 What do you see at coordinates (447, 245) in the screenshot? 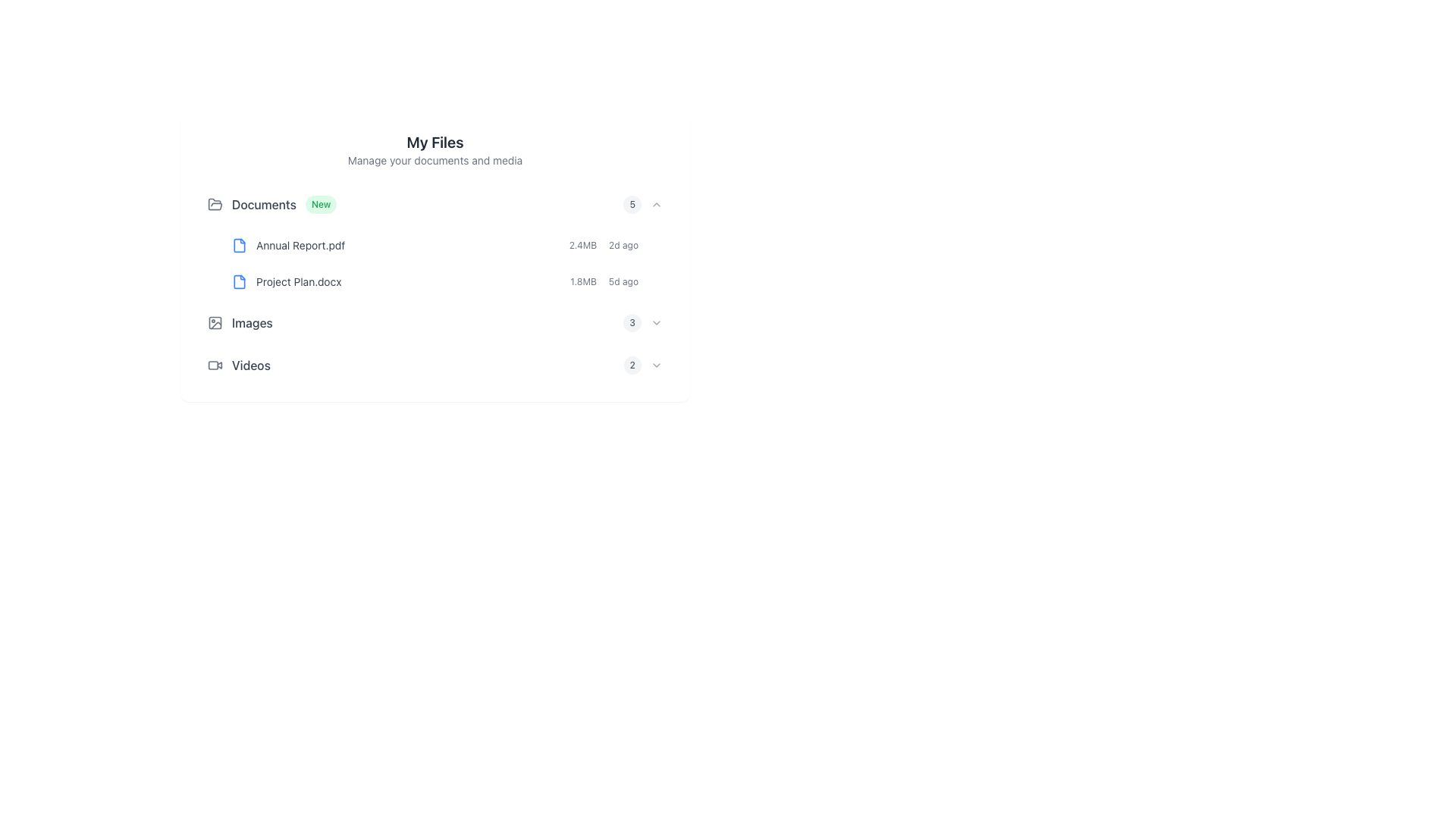
I see `the first file entry in the document list under the 'Documents' section` at bounding box center [447, 245].